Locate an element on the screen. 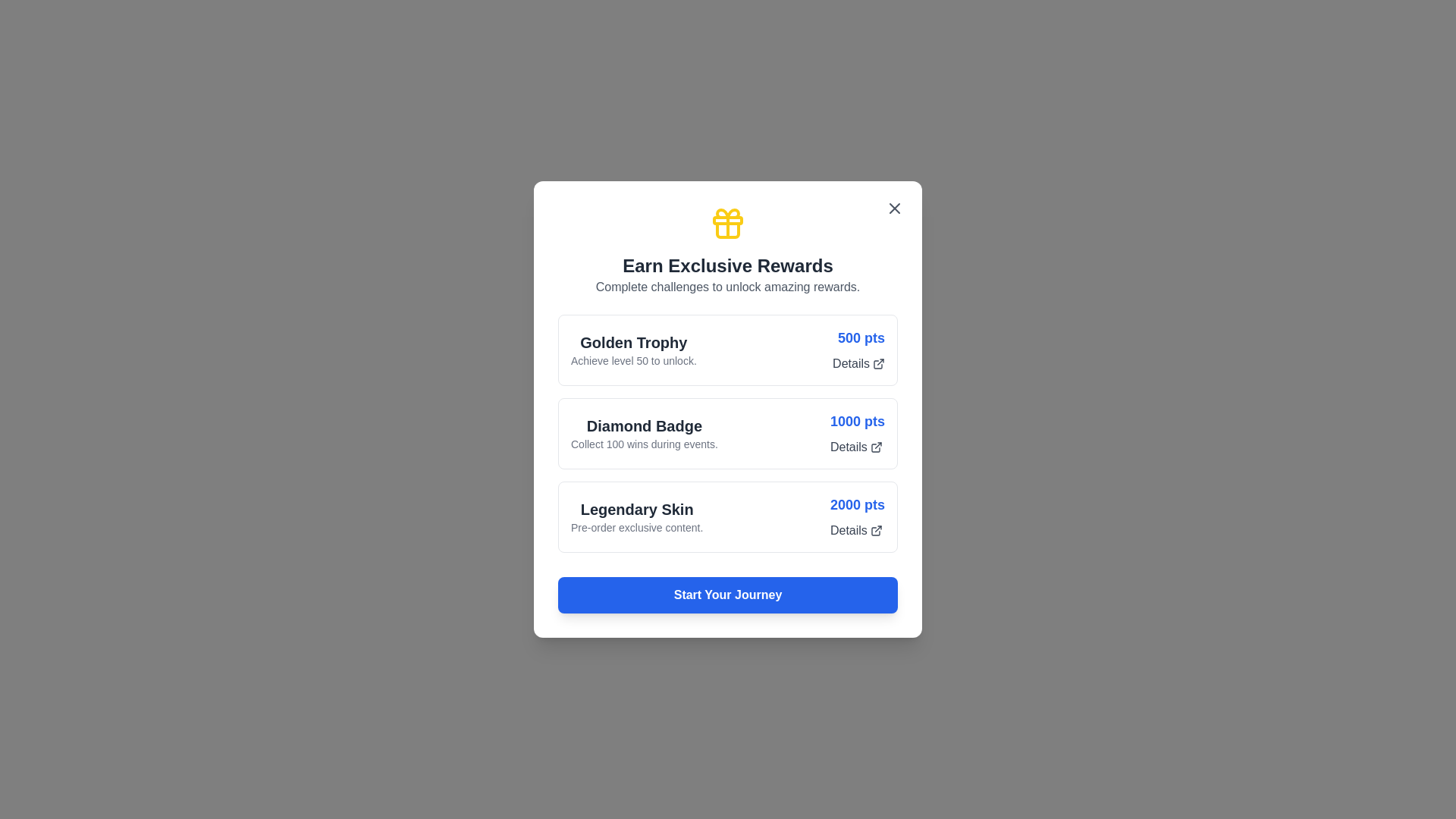  the decorative ribbon element of the gift icon located at the top center of the content card is located at coordinates (728, 220).